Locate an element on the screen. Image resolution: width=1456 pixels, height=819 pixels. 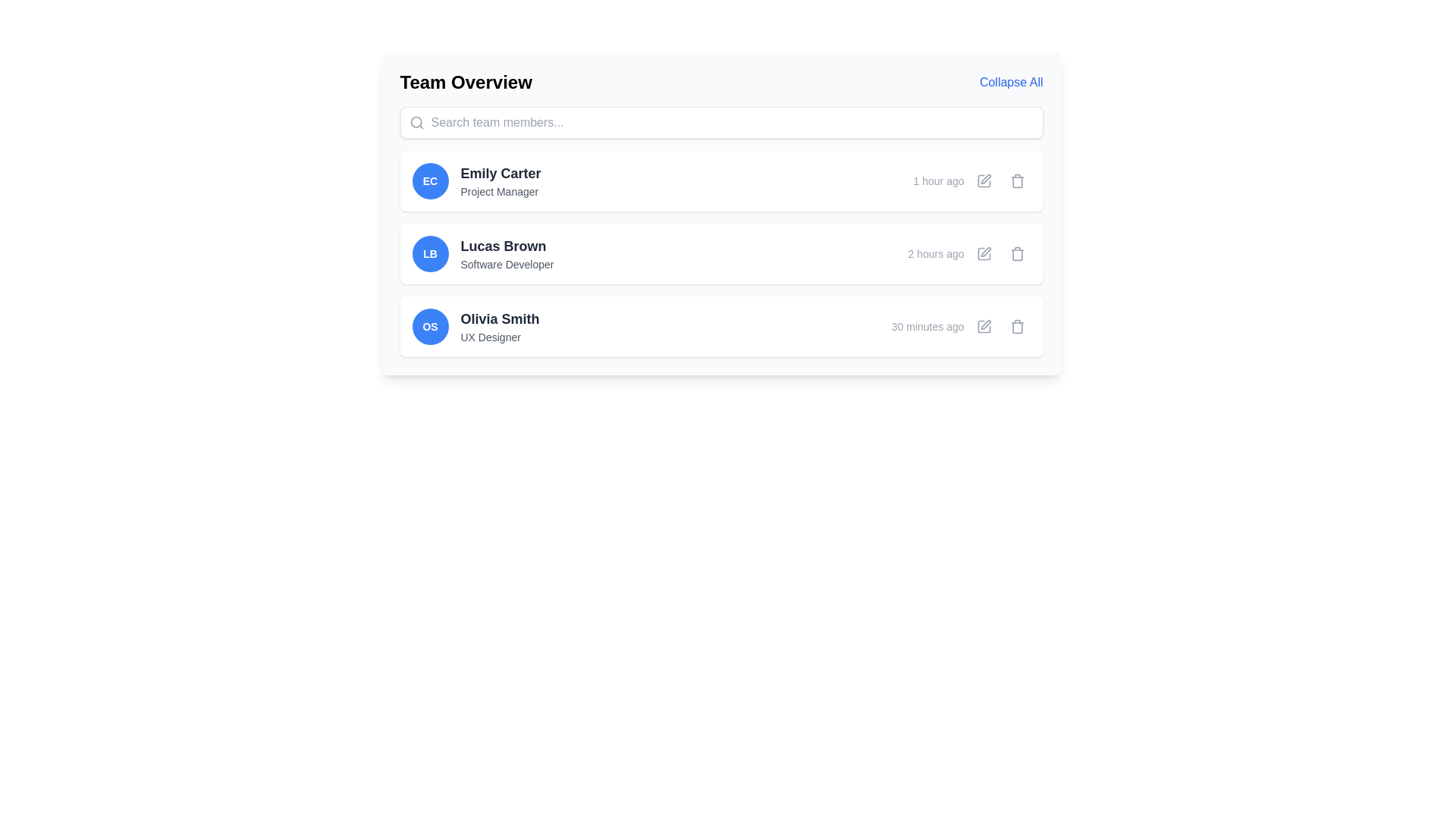
the delete button icon located in the second row of the list for user 'Lucas Brown' is located at coordinates (1017, 253).